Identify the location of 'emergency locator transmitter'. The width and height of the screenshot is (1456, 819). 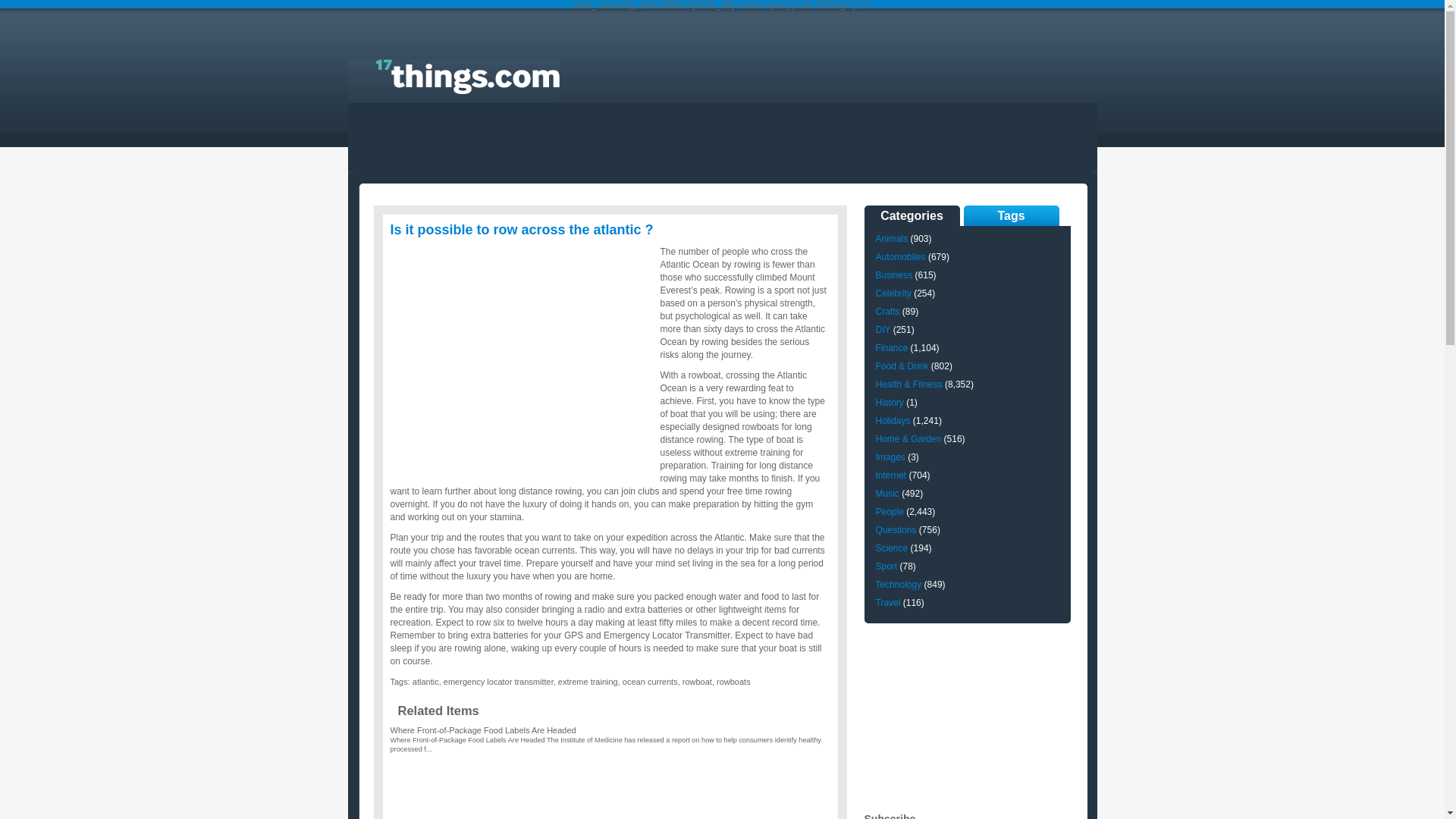
(498, 680).